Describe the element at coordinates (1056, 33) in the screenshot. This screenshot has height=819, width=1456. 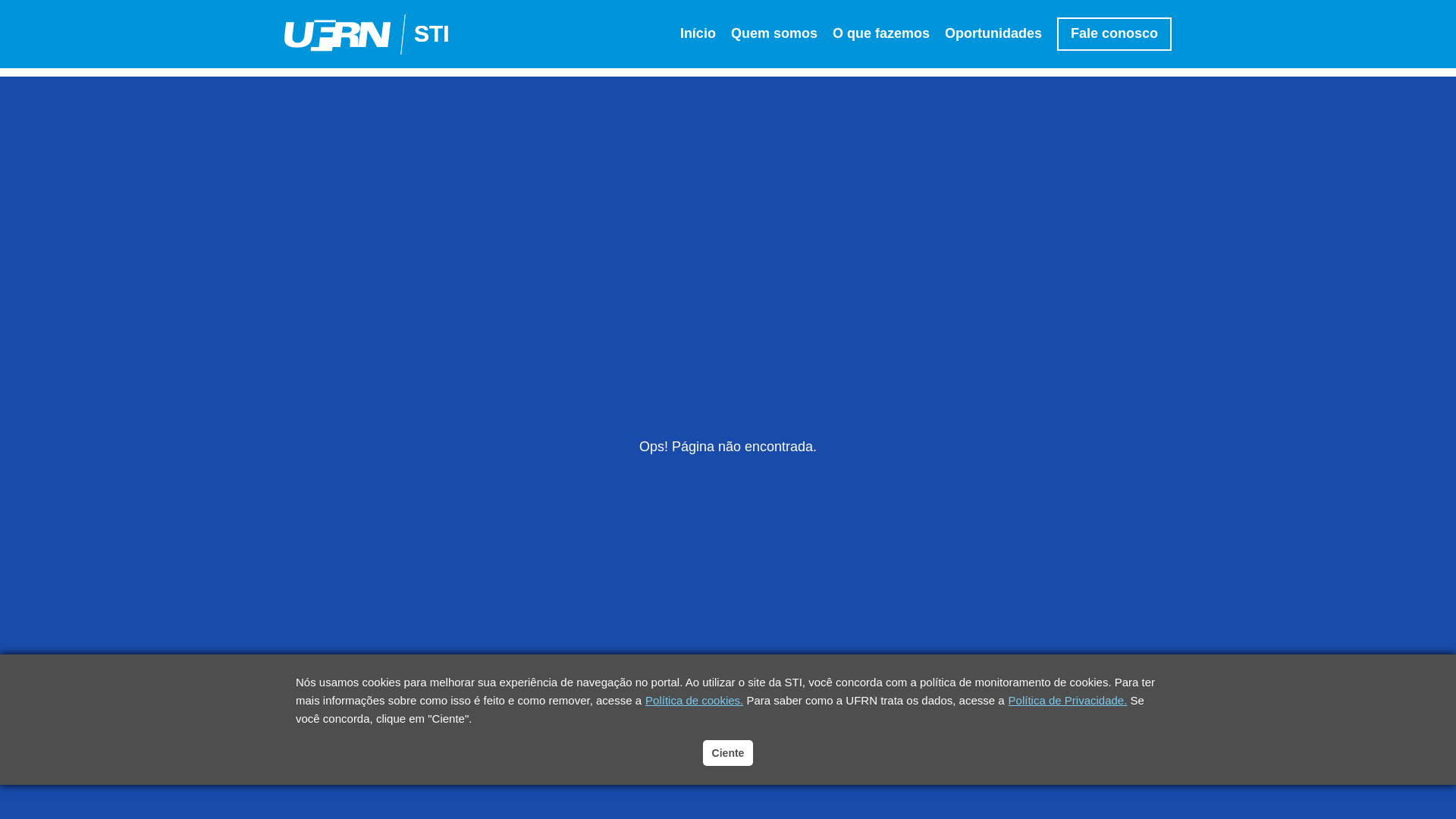
I see `'Fale conosco'` at that location.